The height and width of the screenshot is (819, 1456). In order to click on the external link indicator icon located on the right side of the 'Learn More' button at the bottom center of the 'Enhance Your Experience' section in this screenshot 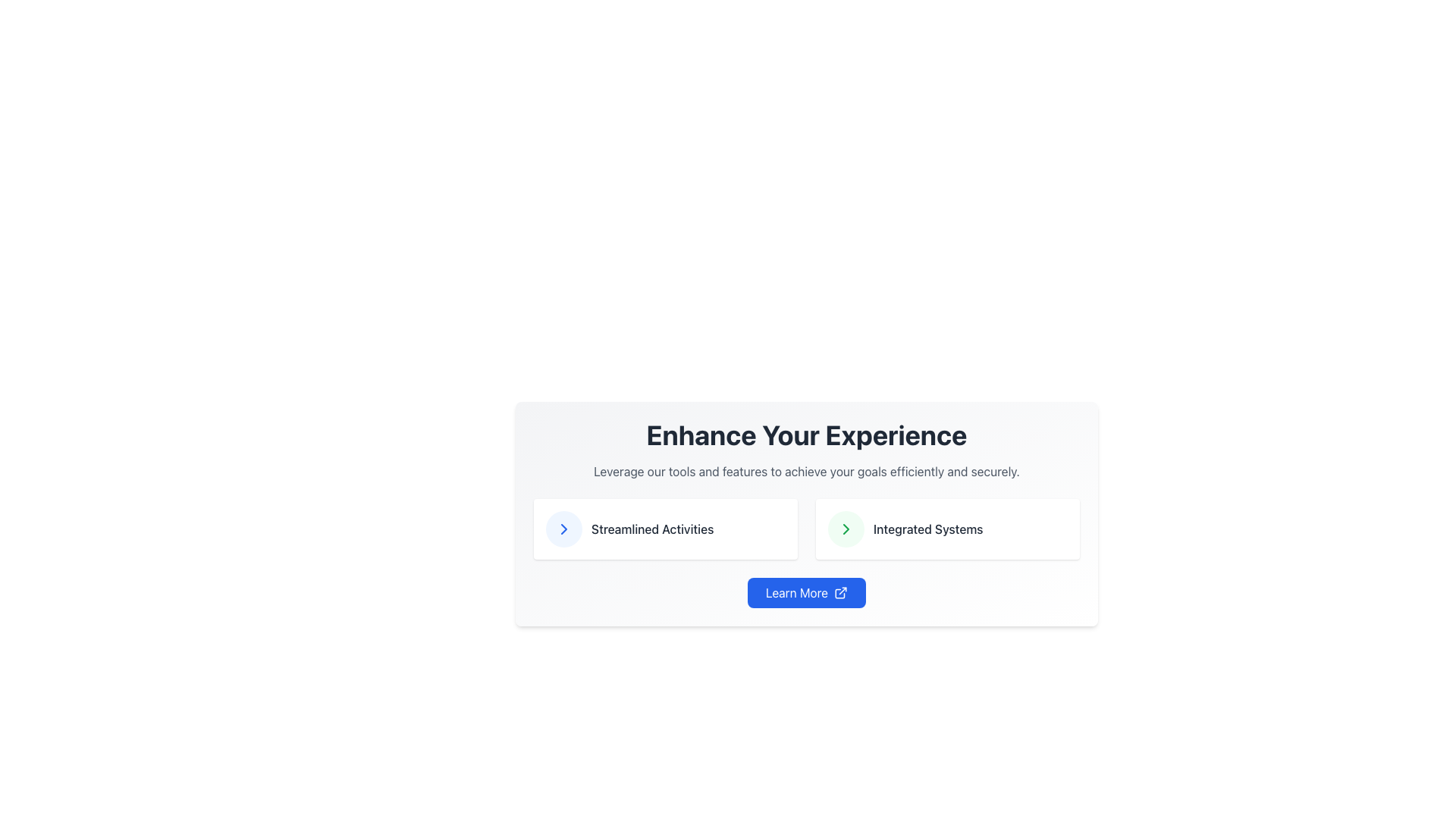, I will do `click(839, 592)`.